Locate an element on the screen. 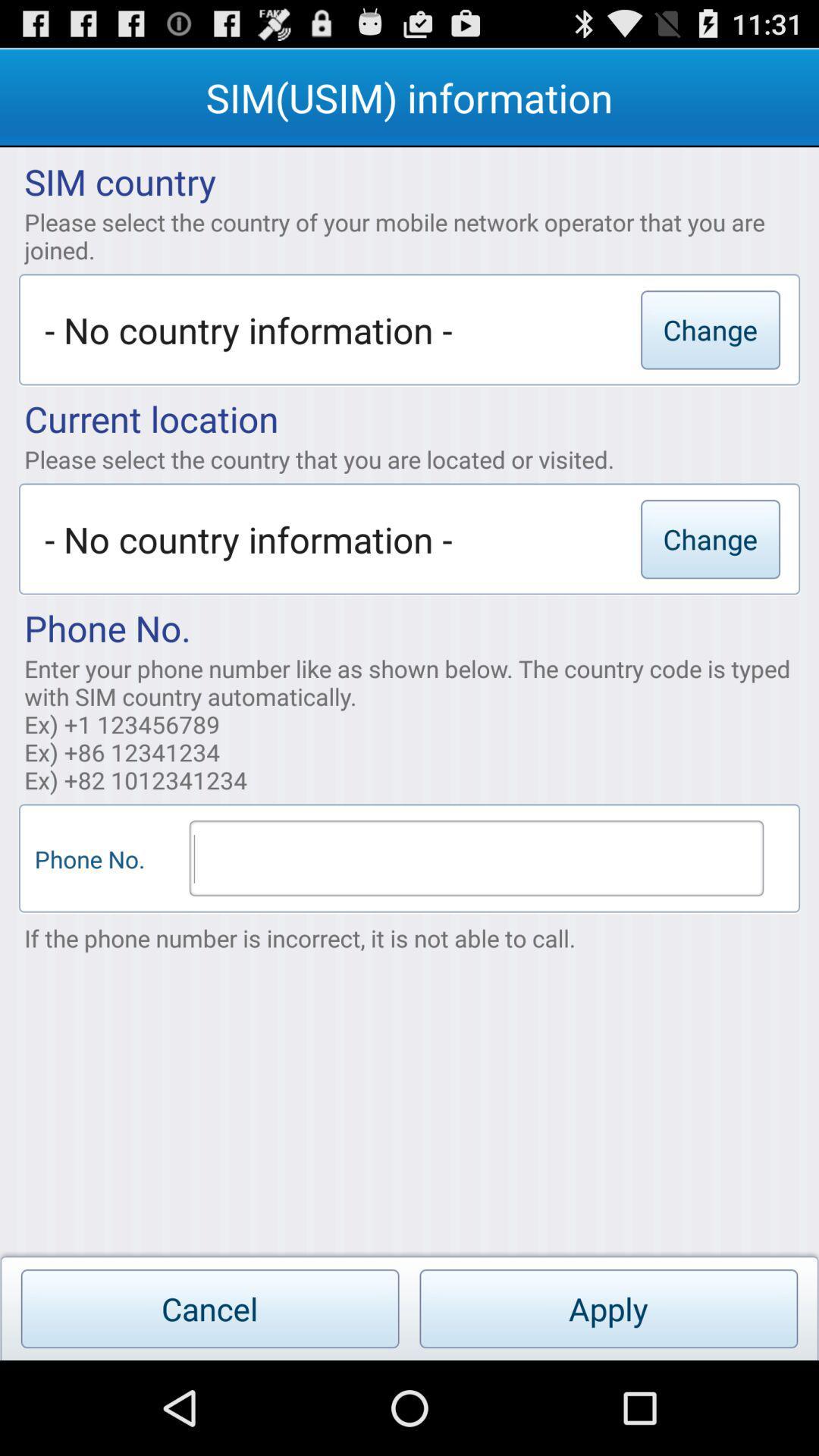  item at the bottom right corner is located at coordinates (607, 1308).